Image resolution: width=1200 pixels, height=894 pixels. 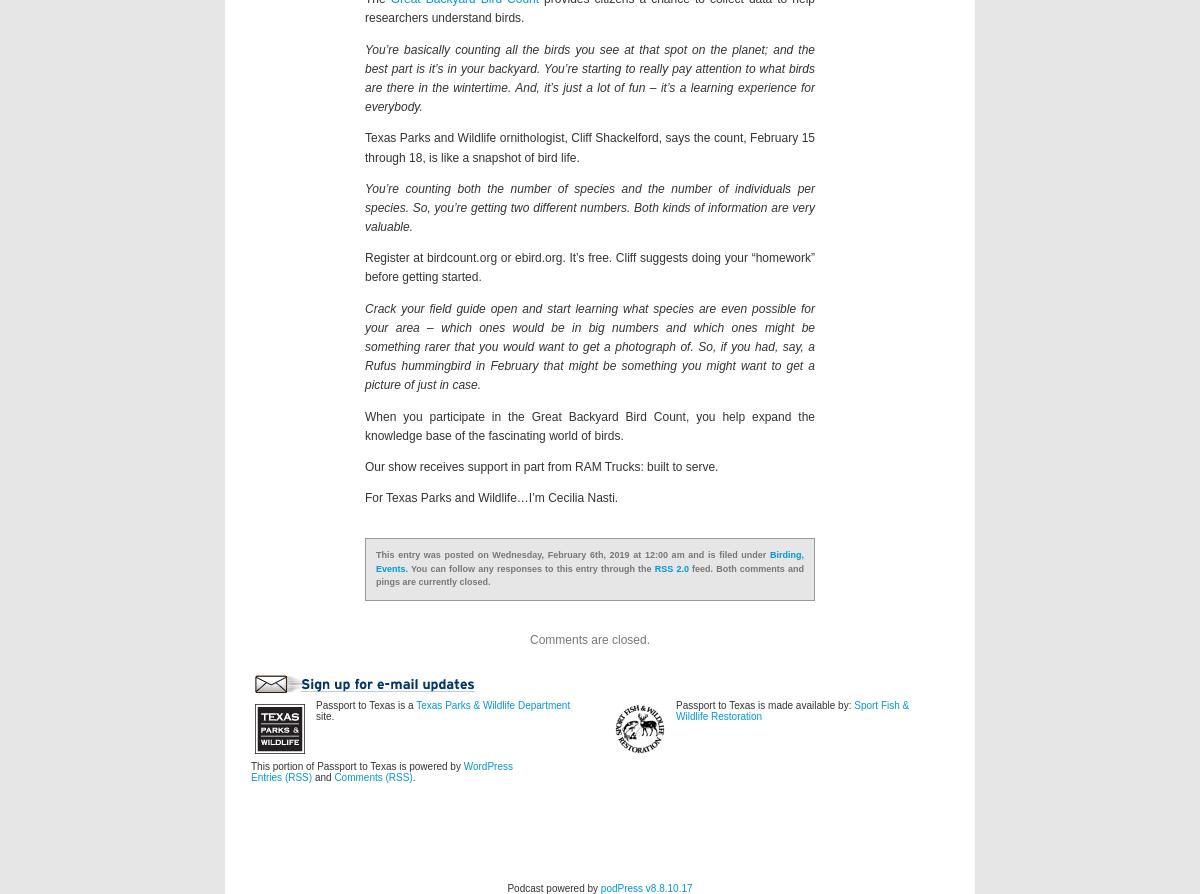 I want to click on 'Comments are closed.', so click(x=588, y=639).